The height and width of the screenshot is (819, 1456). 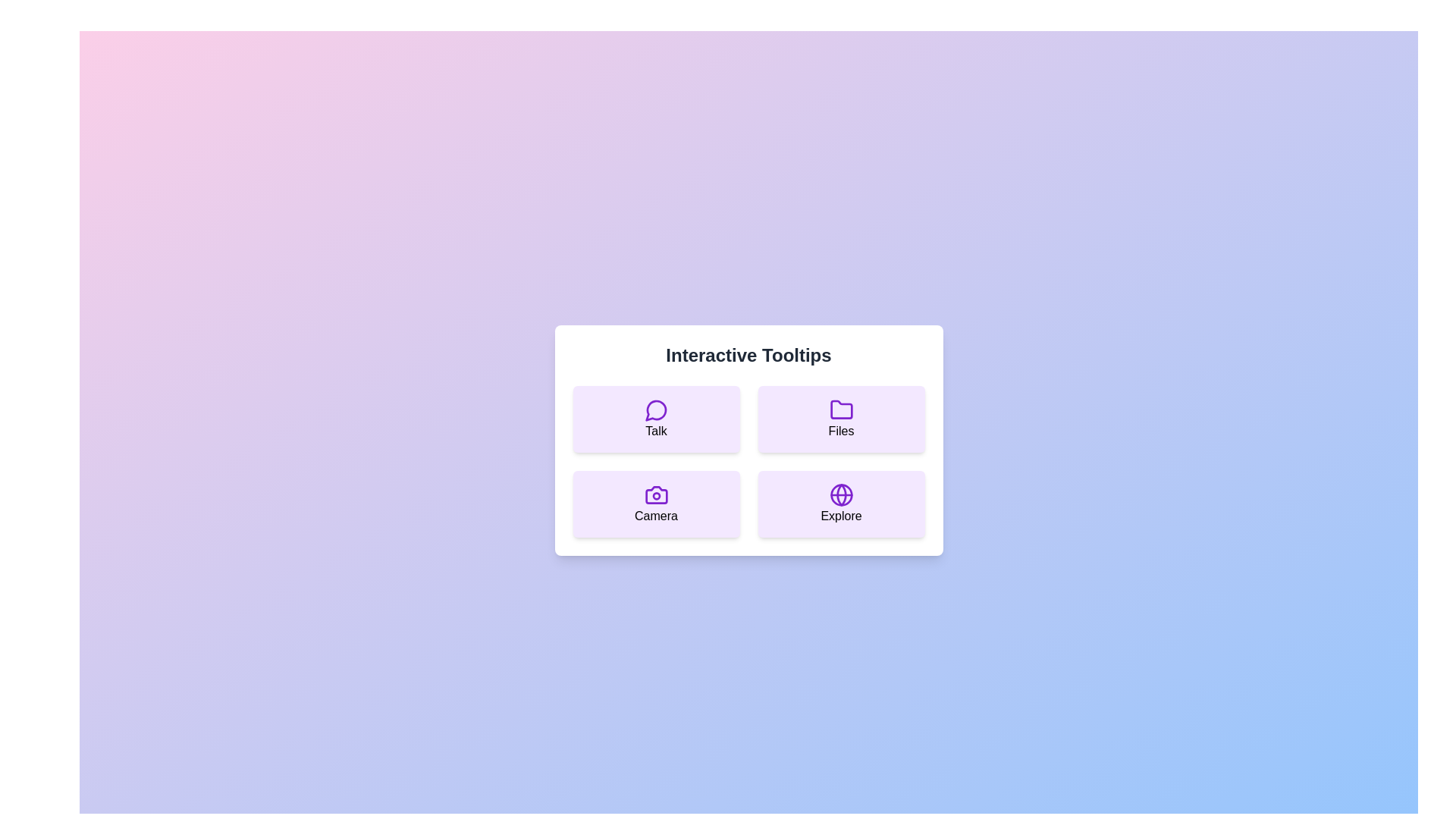 What do you see at coordinates (840, 504) in the screenshot?
I see `the 'Explore' button, which is a rectangular button with a purple background and rounded edges, featuring a globe icon and the text 'Explore' in black, located in the bottom-right quadrant of the grid layout` at bounding box center [840, 504].